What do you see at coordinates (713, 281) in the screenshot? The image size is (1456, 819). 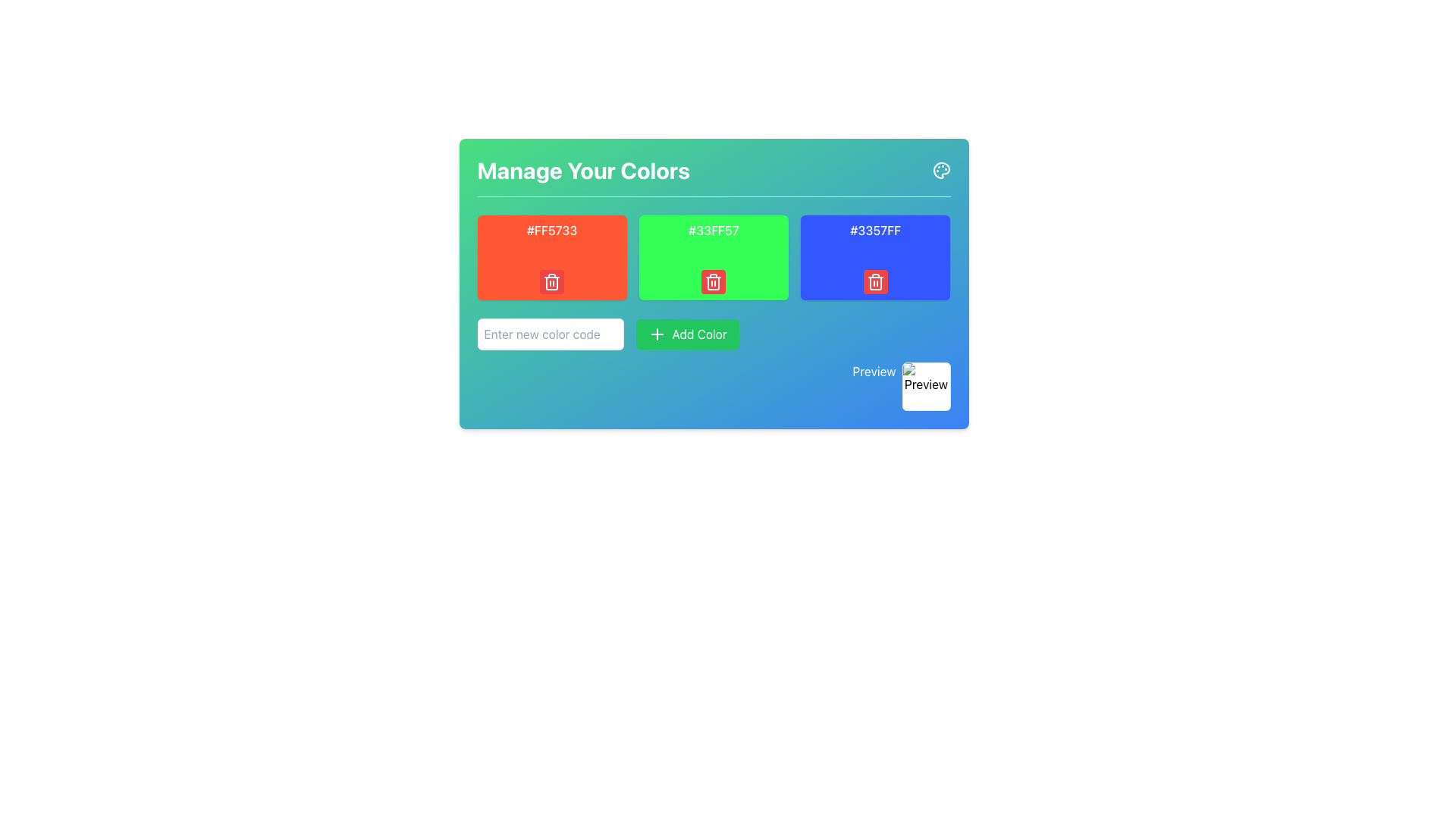 I see `the delete button located in the middle of the green-colored section` at bounding box center [713, 281].